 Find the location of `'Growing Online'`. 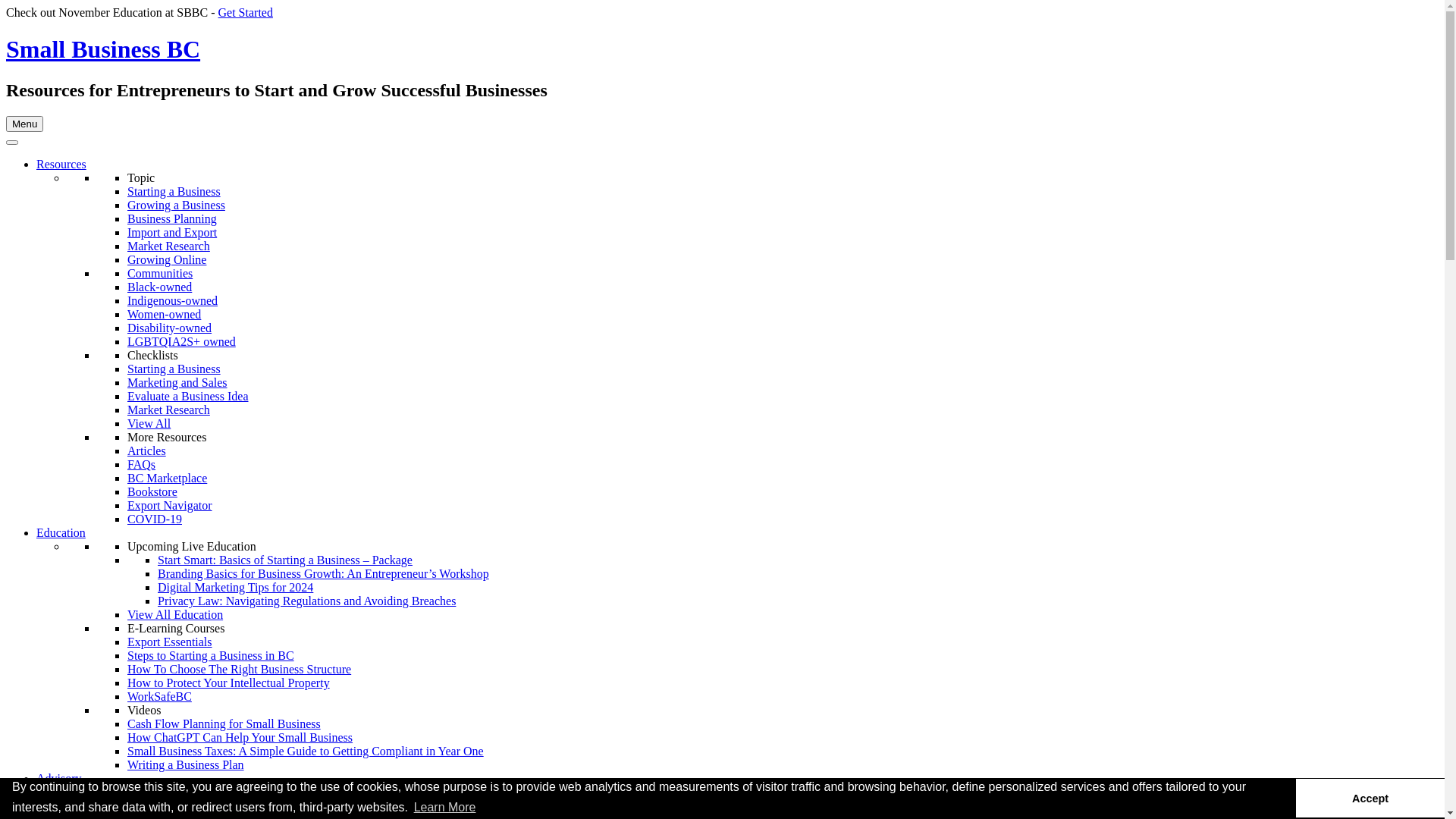

'Growing Online' is located at coordinates (167, 259).